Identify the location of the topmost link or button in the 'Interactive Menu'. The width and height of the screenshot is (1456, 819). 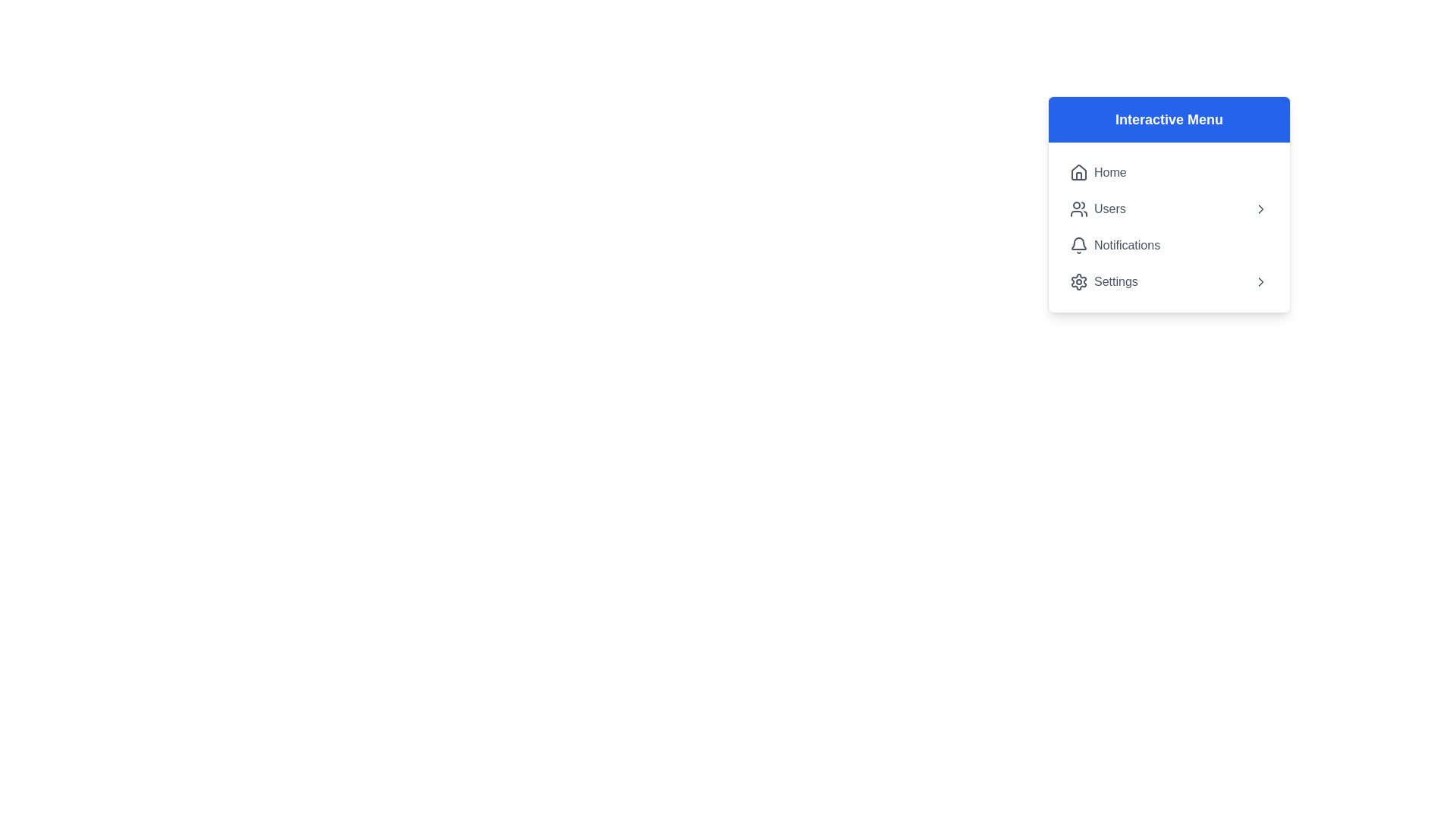
(1098, 171).